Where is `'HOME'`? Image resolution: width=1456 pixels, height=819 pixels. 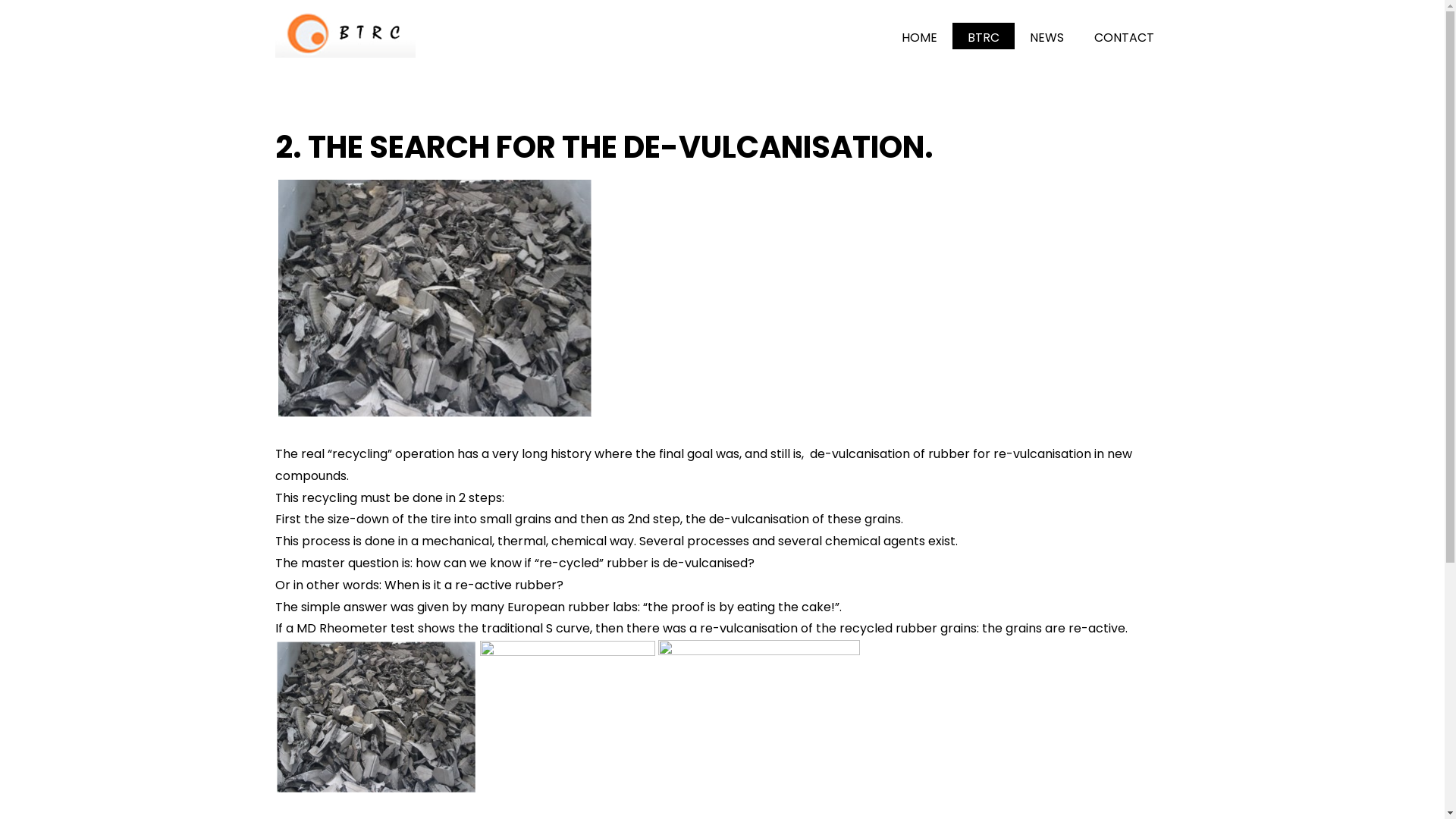
'HOME' is located at coordinates (918, 35).